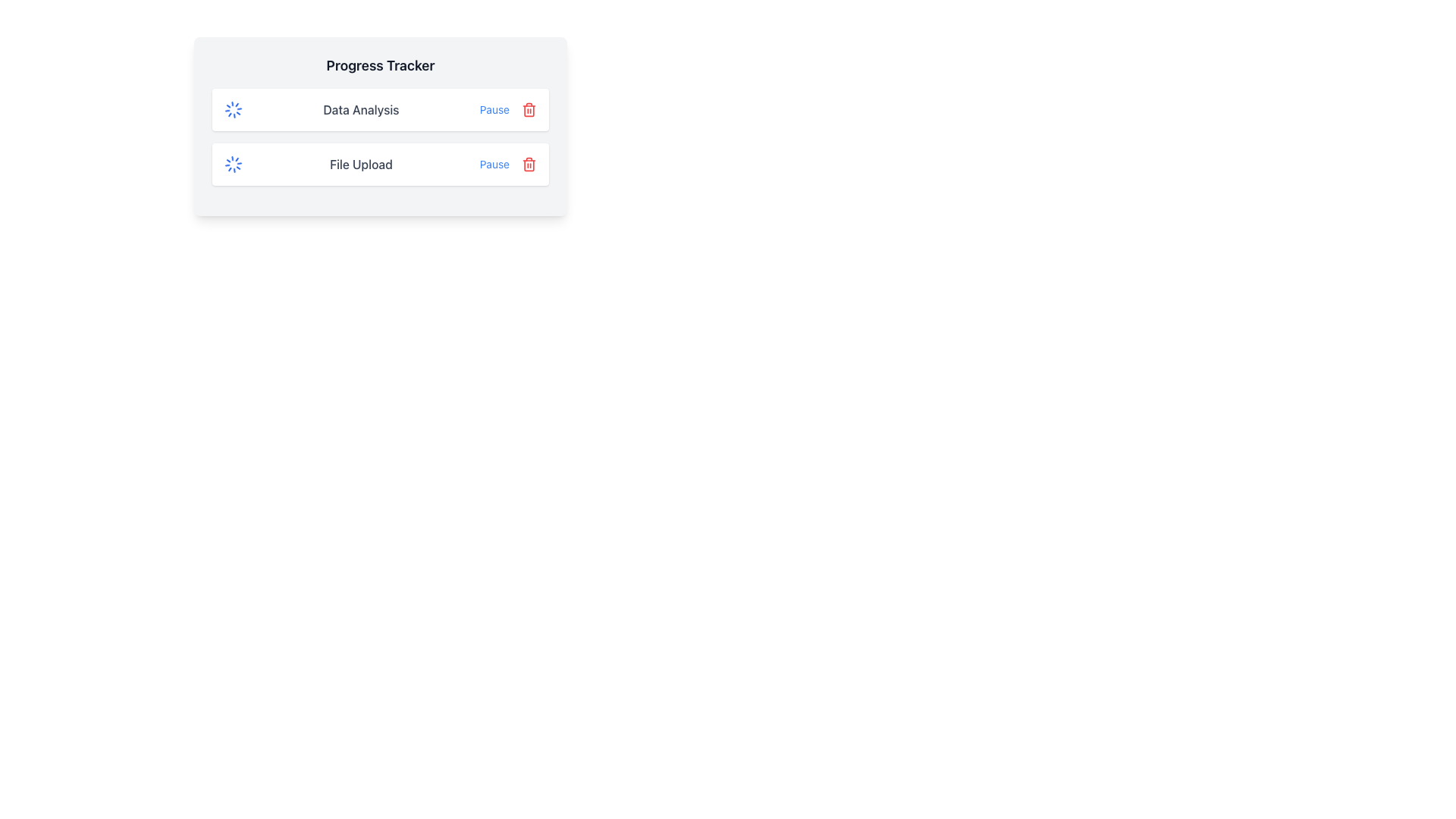 The width and height of the screenshot is (1456, 819). I want to click on the pause button for the ongoing 'Data Analysis' process, which is the fifth button in a horizontal list located near the right corner of its row, so click(494, 109).